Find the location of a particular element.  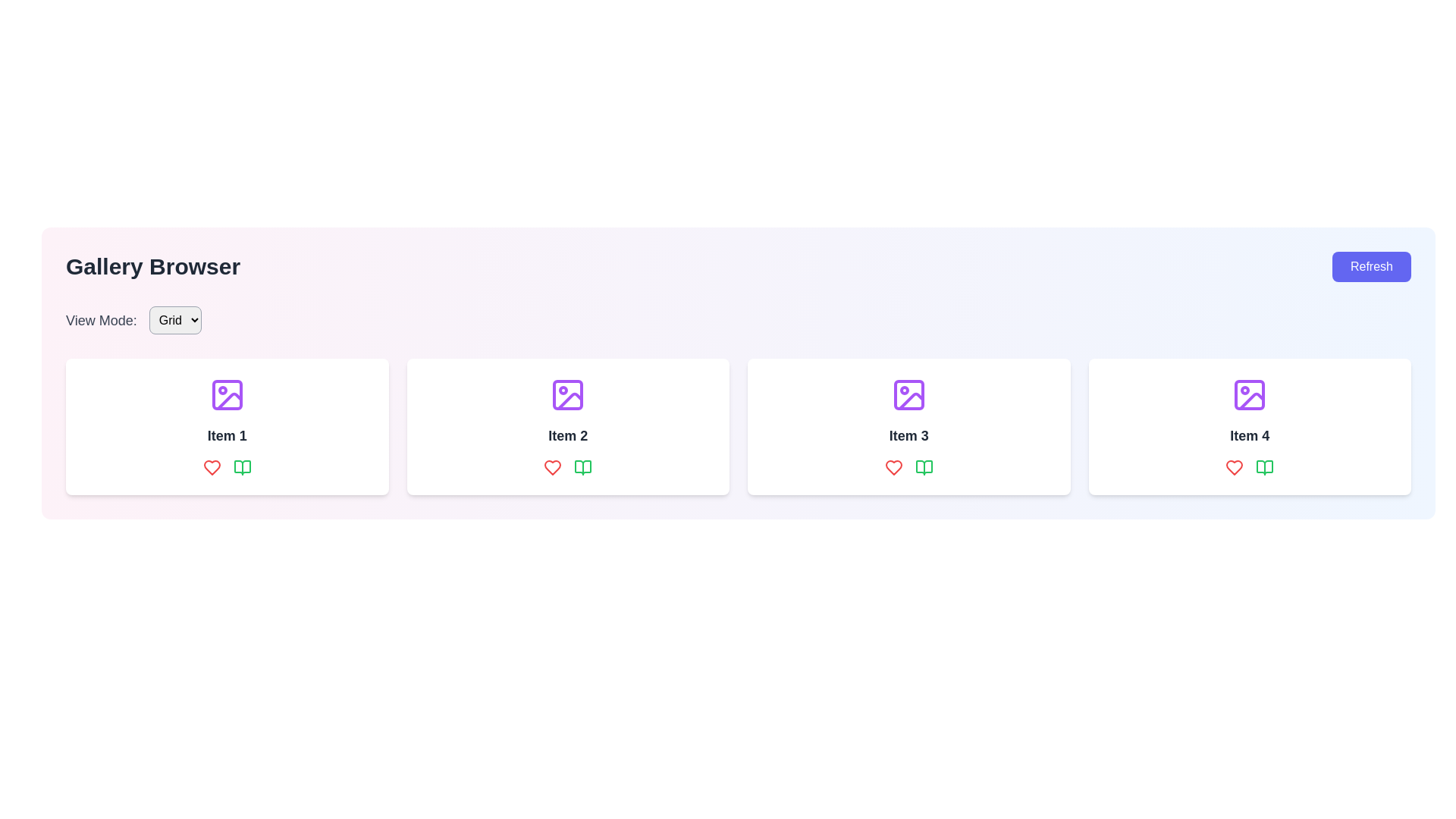

the icon within the button located at the bottom-right corner of the 'Item 3' card in the gallery layout to possibly reveal additional information is located at coordinates (923, 467).